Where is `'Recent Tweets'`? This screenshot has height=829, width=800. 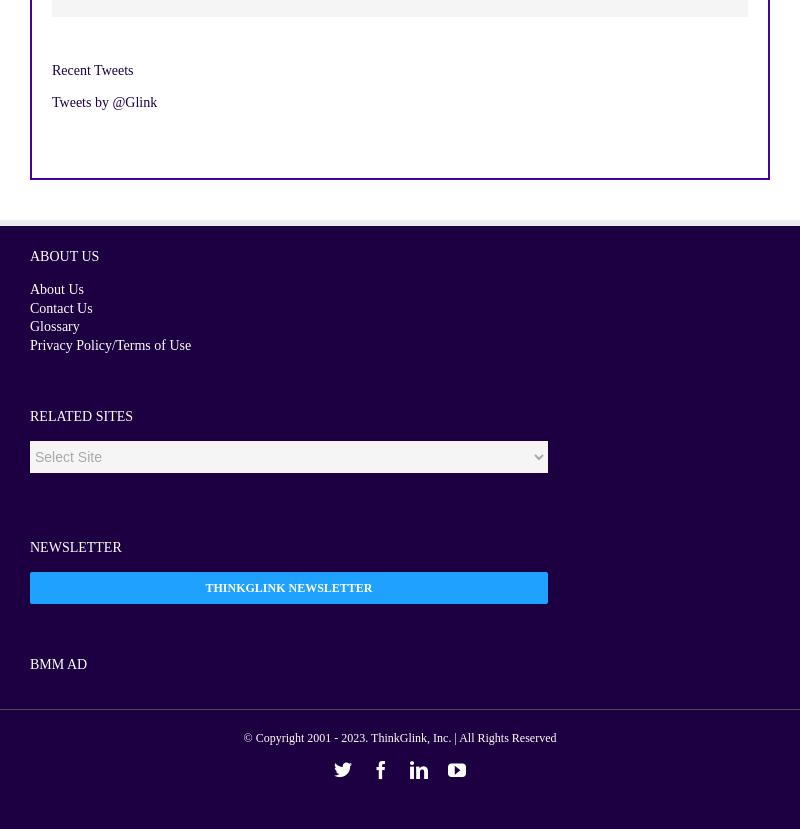
'Recent Tweets' is located at coordinates (92, 69).